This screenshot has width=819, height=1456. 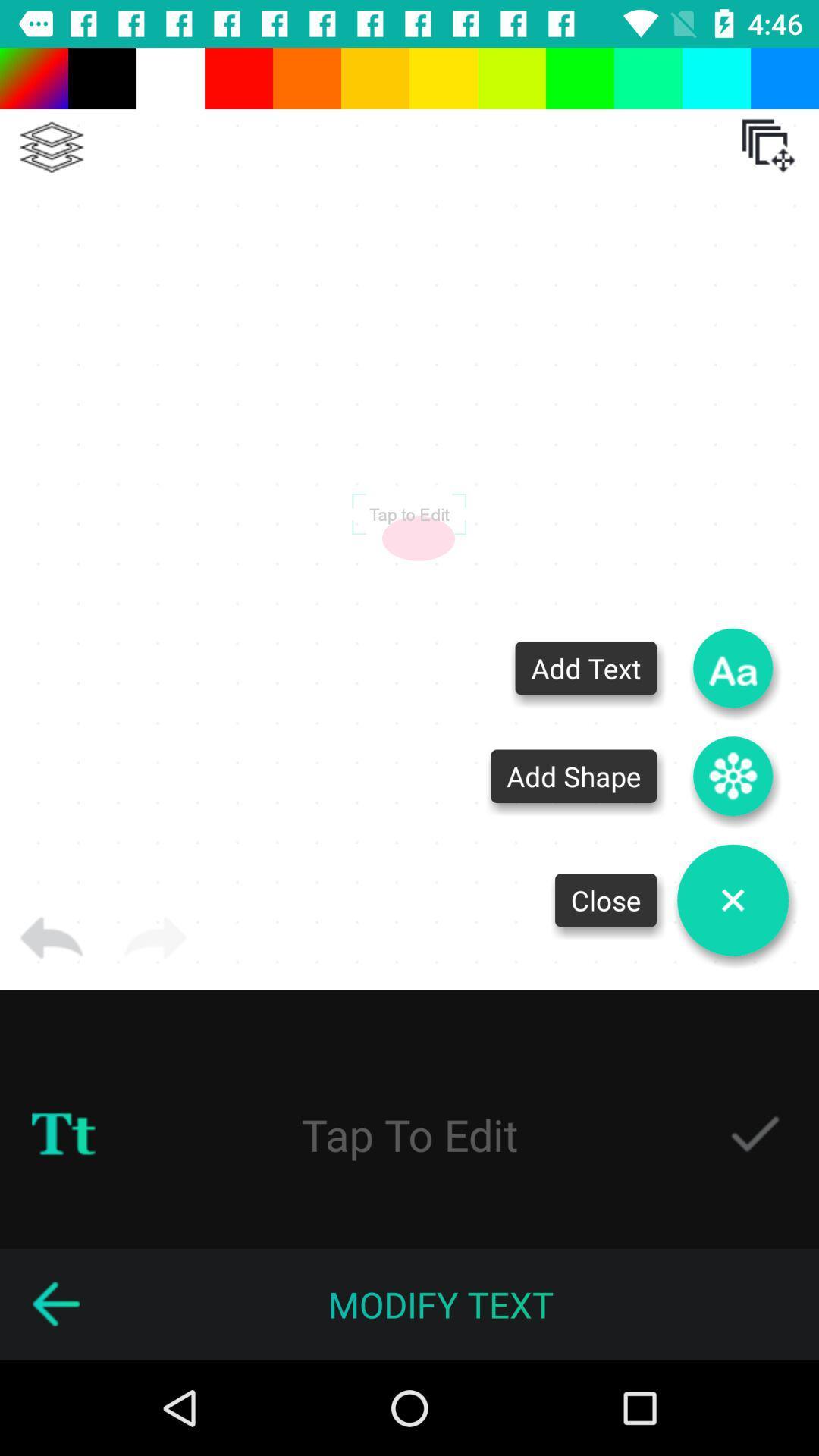 I want to click on a layer, so click(x=51, y=147).